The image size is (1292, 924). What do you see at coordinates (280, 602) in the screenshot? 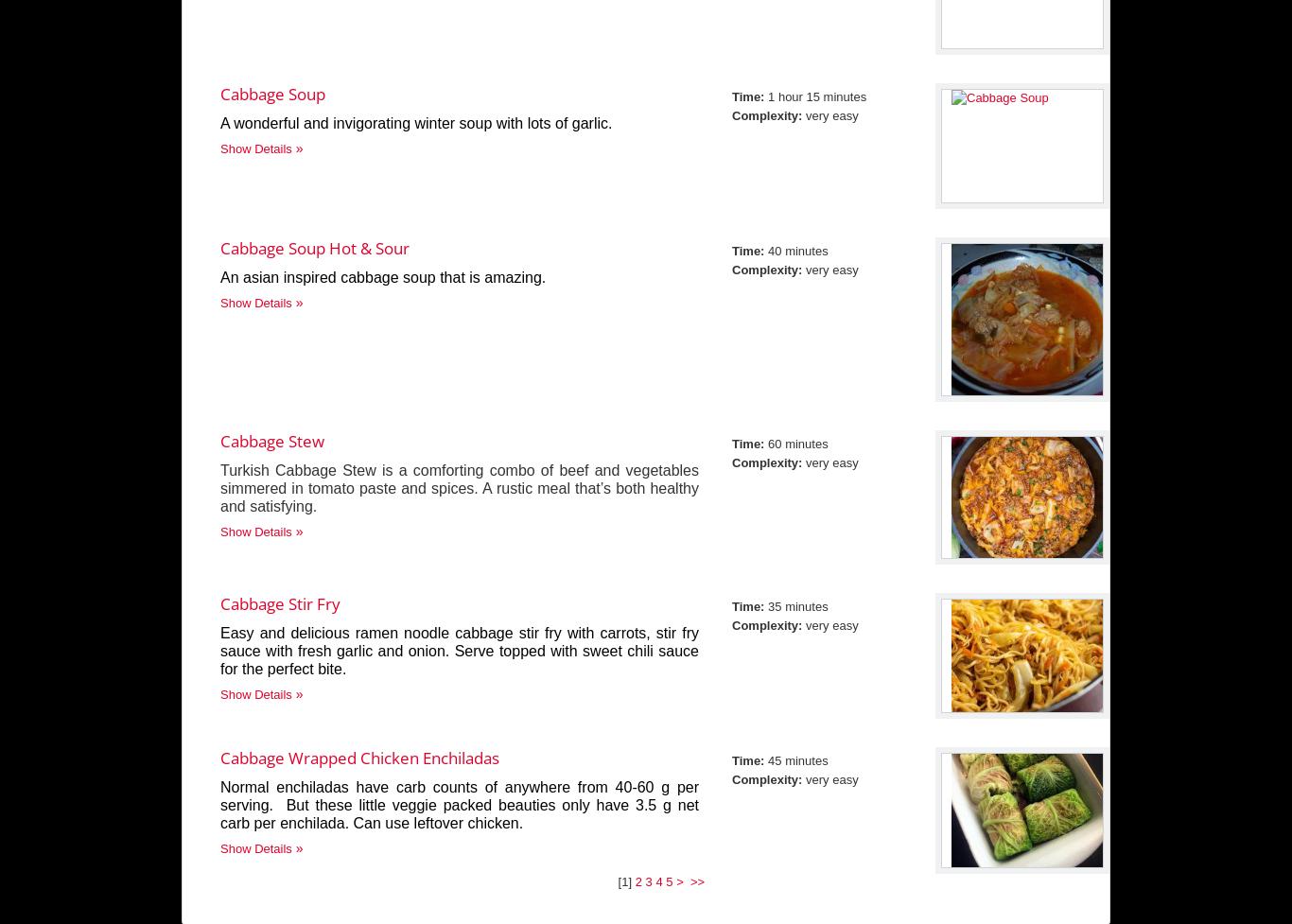
I see `'Cabbage Stir Fry'` at bounding box center [280, 602].